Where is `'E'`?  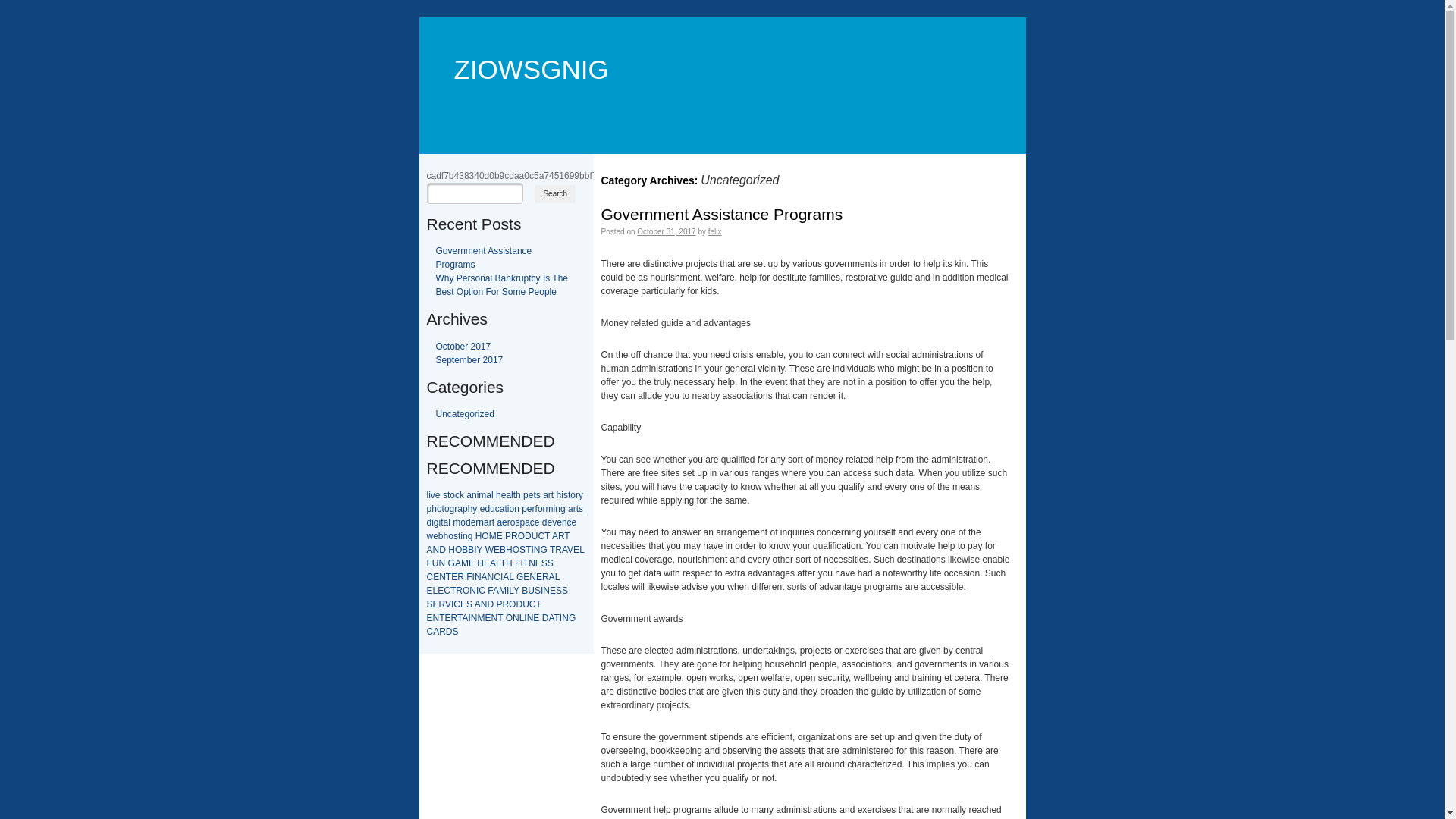
'E' is located at coordinates (453, 576).